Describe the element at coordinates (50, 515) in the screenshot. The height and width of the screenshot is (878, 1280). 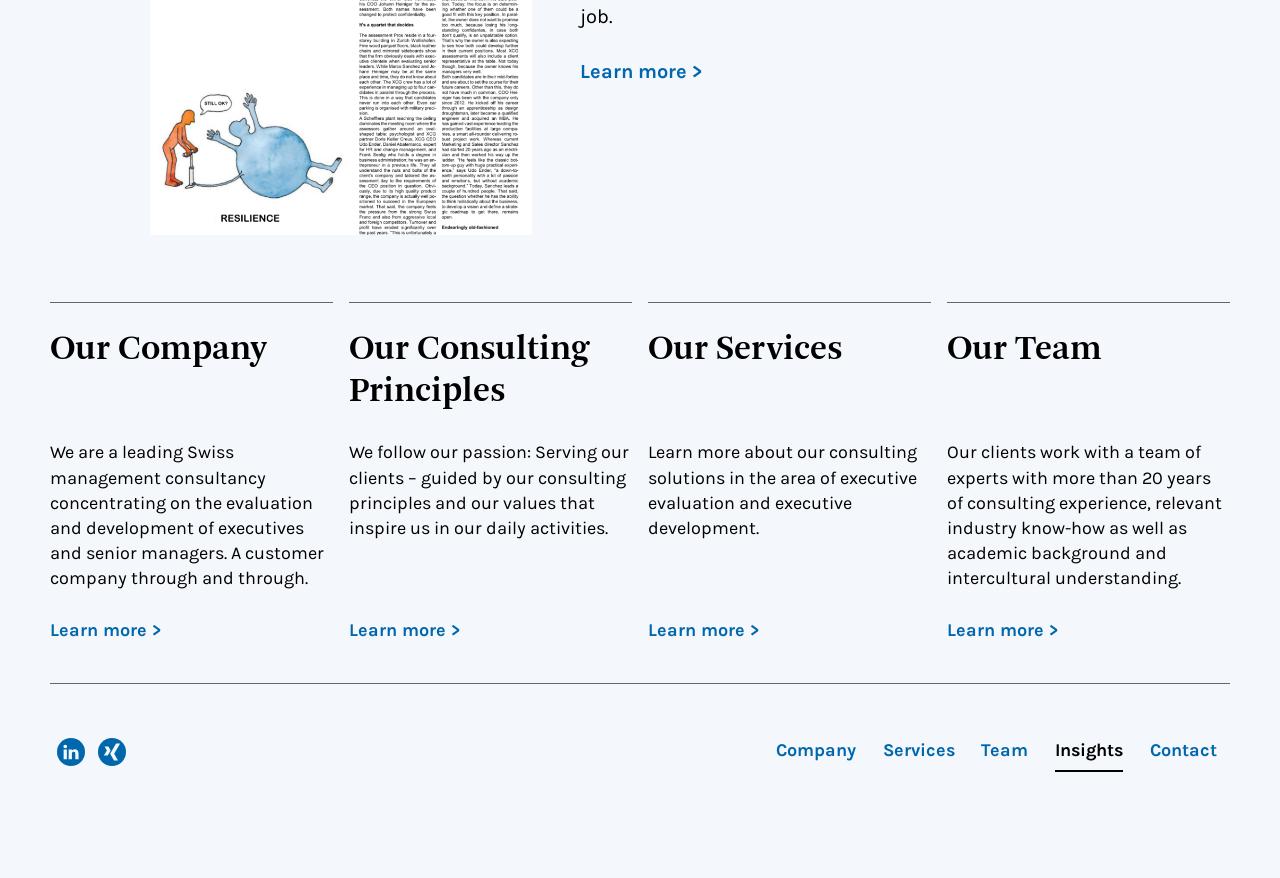
I see `'We are a leading Swiss management consultancy concentrating on the evaluation and development of executives and senior managers. A customer company through and through.'` at that location.